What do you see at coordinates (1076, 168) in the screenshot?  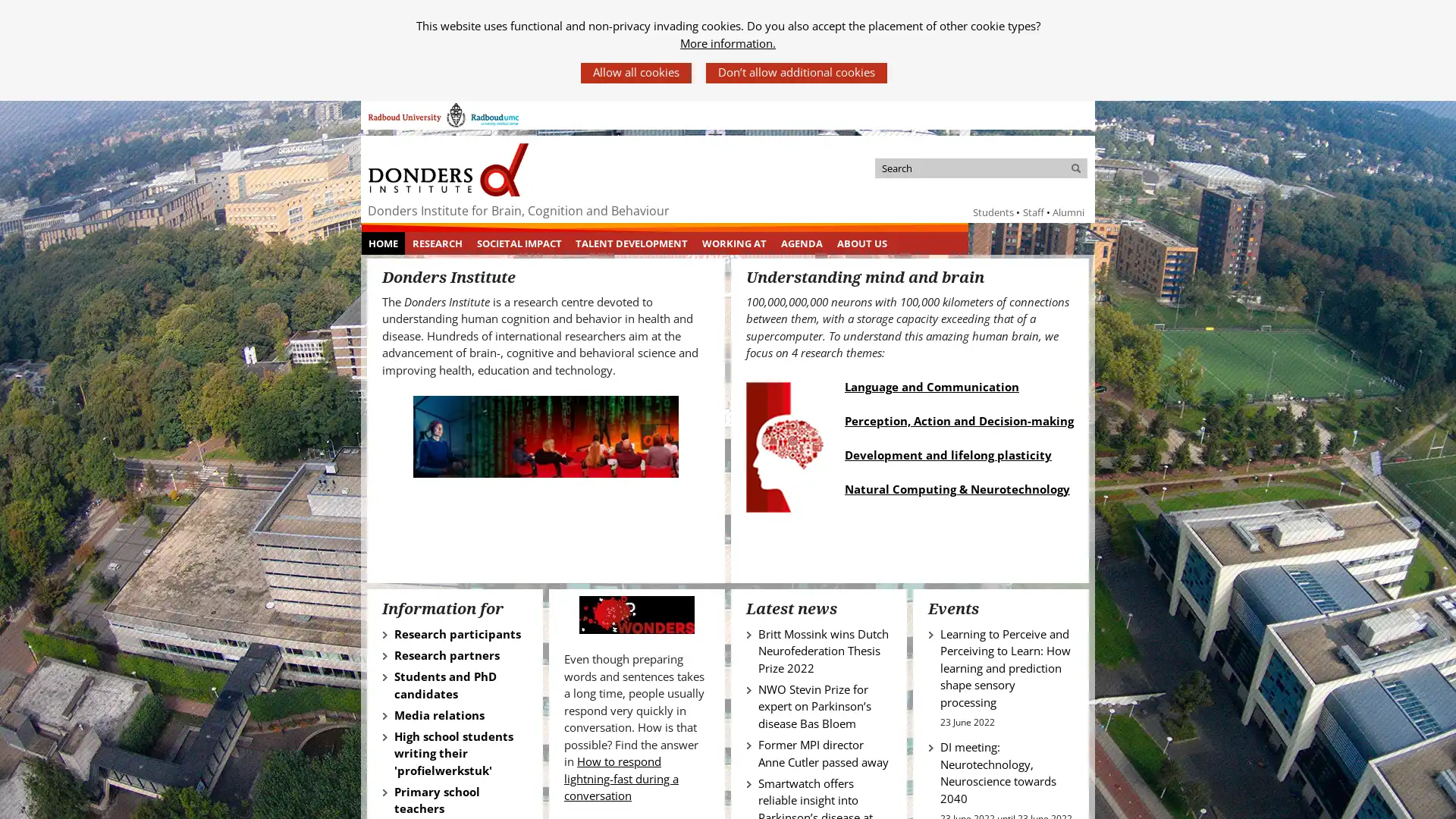 I see `Search` at bounding box center [1076, 168].